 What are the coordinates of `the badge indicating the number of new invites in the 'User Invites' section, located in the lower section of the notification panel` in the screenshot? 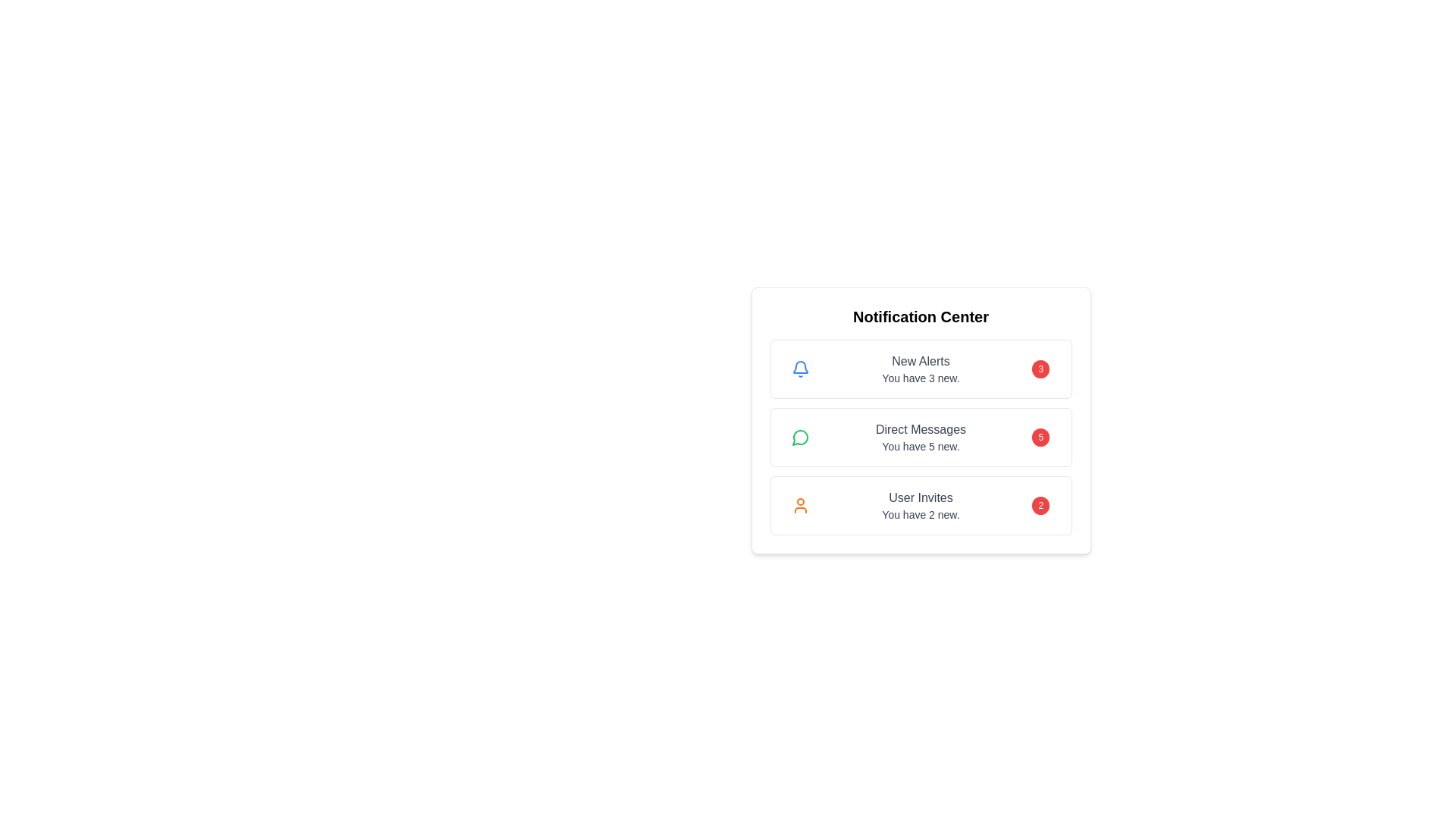 It's located at (1040, 506).